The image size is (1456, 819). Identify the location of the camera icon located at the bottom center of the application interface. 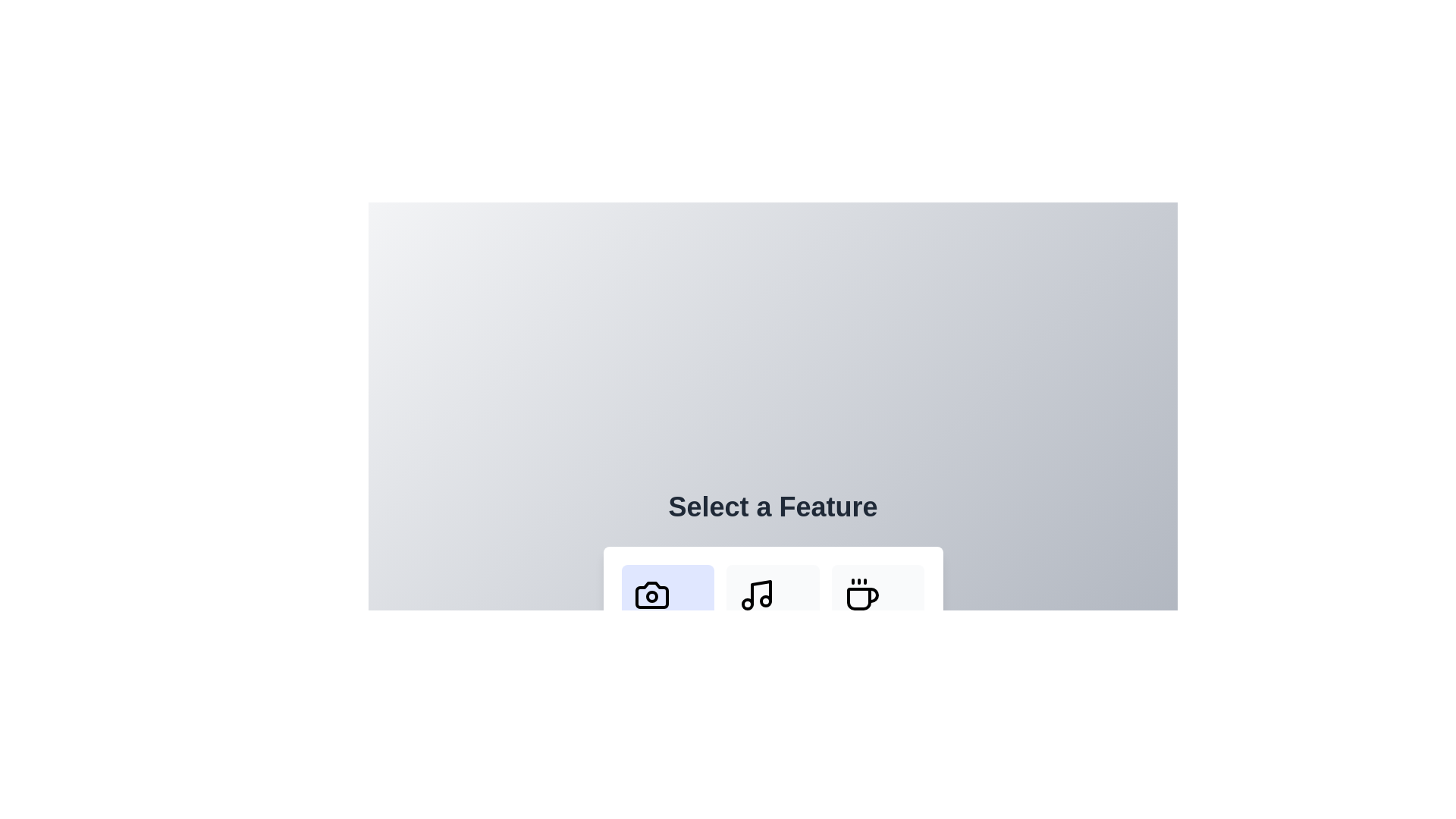
(651, 595).